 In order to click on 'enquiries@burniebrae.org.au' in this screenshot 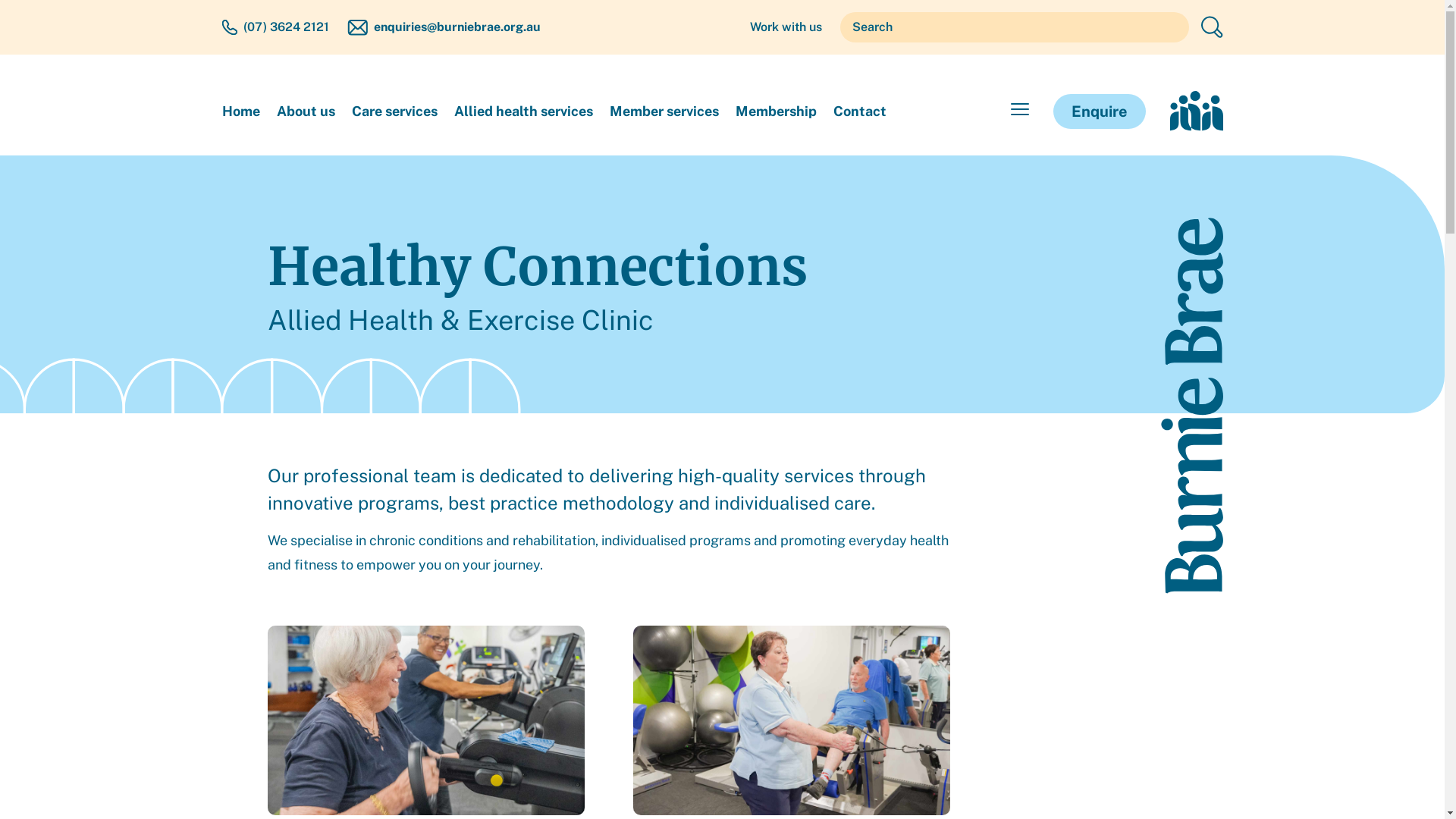, I will do `click(372, 27)`.